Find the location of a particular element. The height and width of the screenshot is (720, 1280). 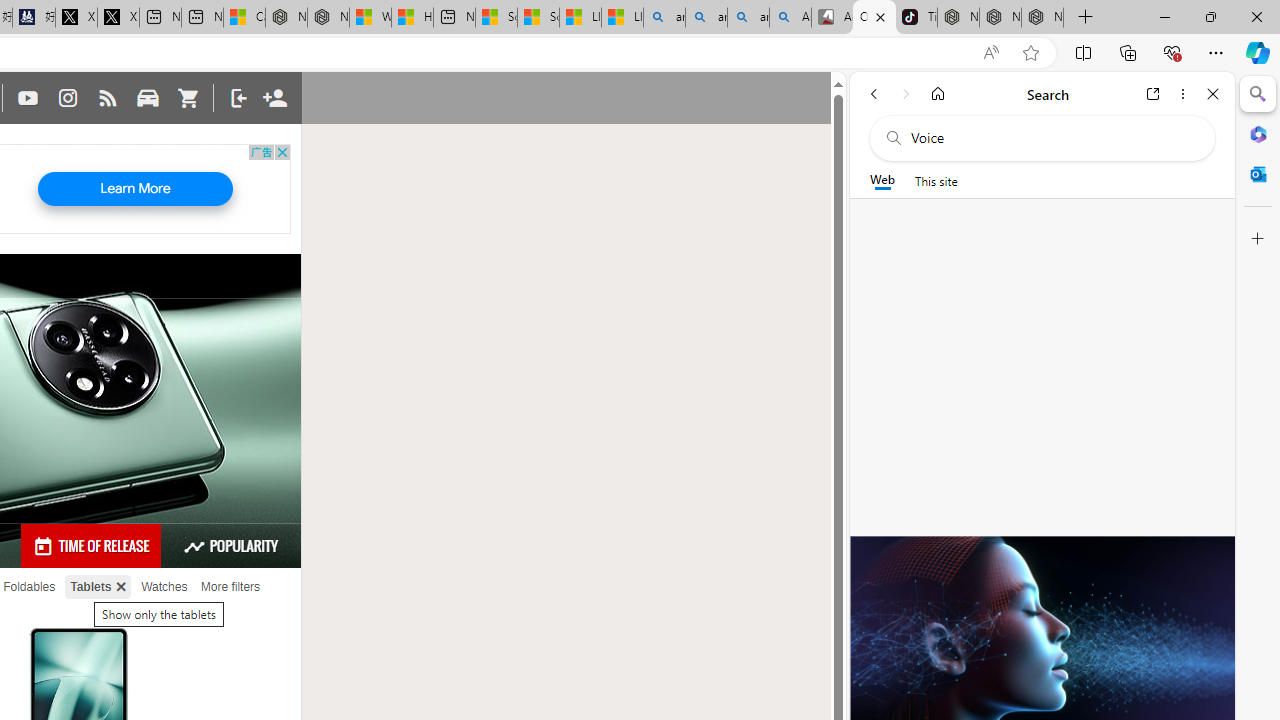

'Search the web' is located at coordinates (1051, 137).